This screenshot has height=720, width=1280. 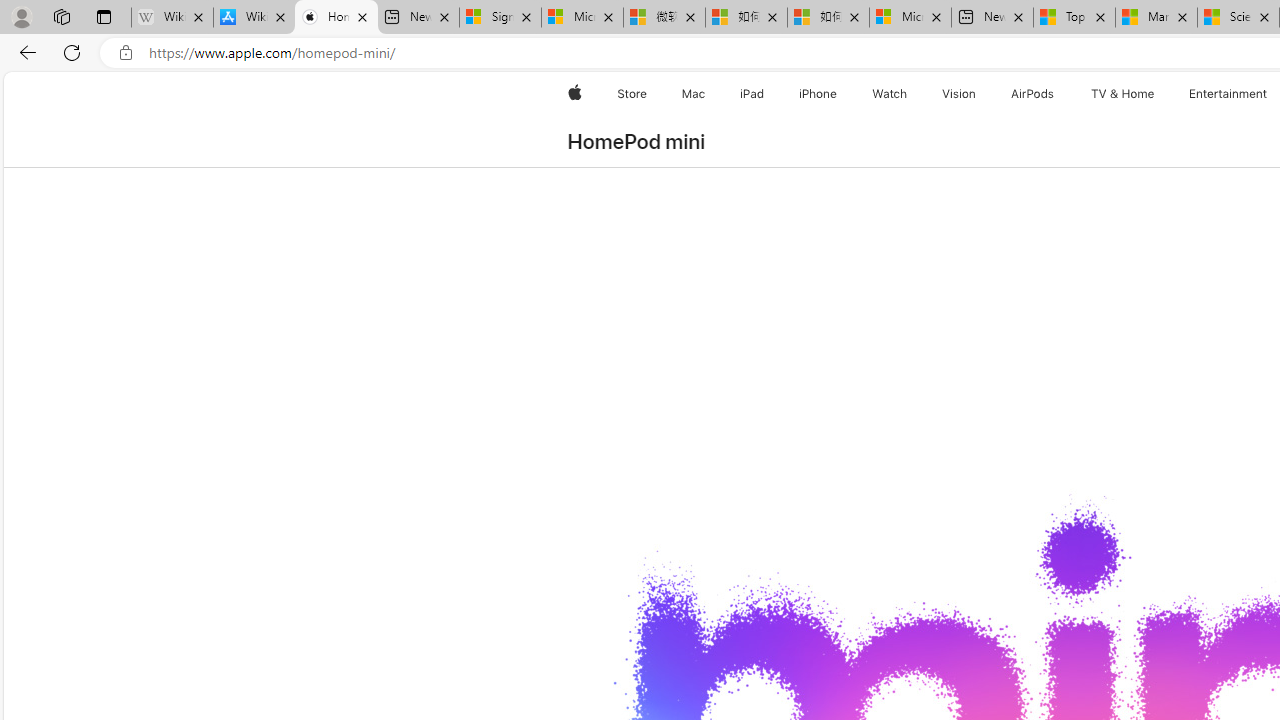 What do you see at coordinates (635, 141) in the screenshot?
I see `'HomePod mini'` at bounding box center [635, 141].